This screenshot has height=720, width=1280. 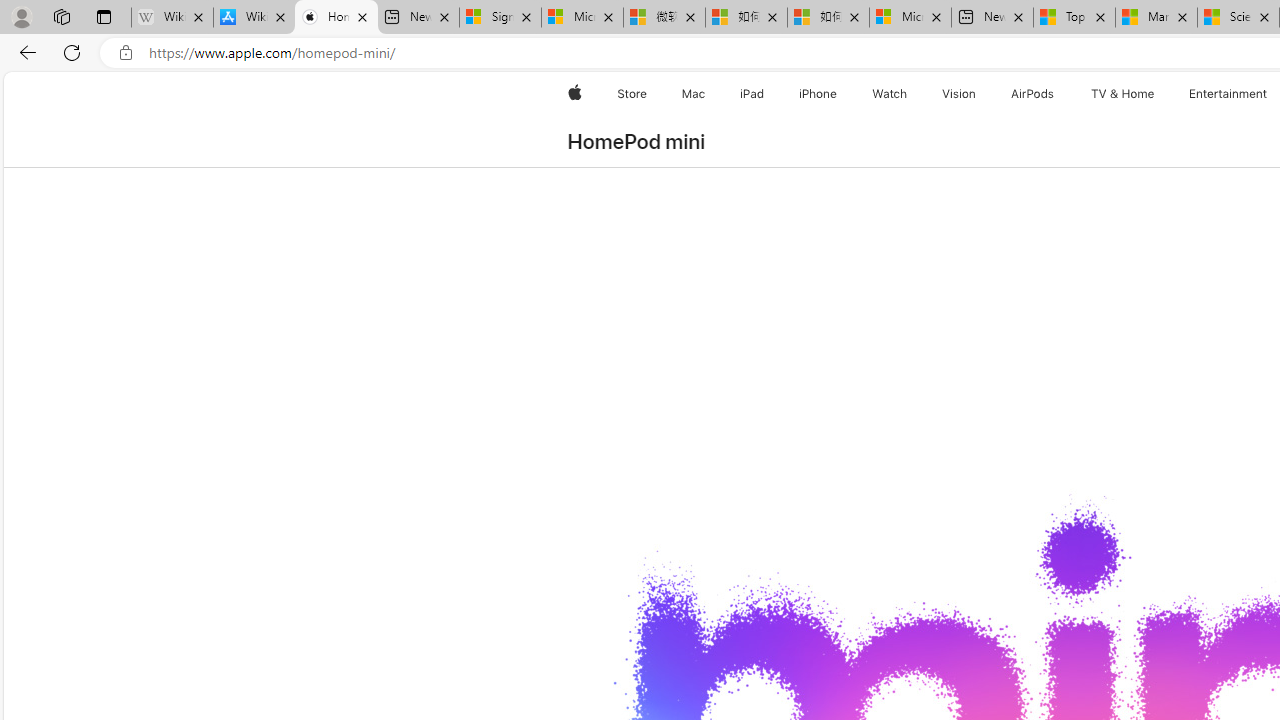 What do you see at coordinates (635, 141) in the screenshot?
I see `'HomePod mini'` at bounding box center [635, 141].